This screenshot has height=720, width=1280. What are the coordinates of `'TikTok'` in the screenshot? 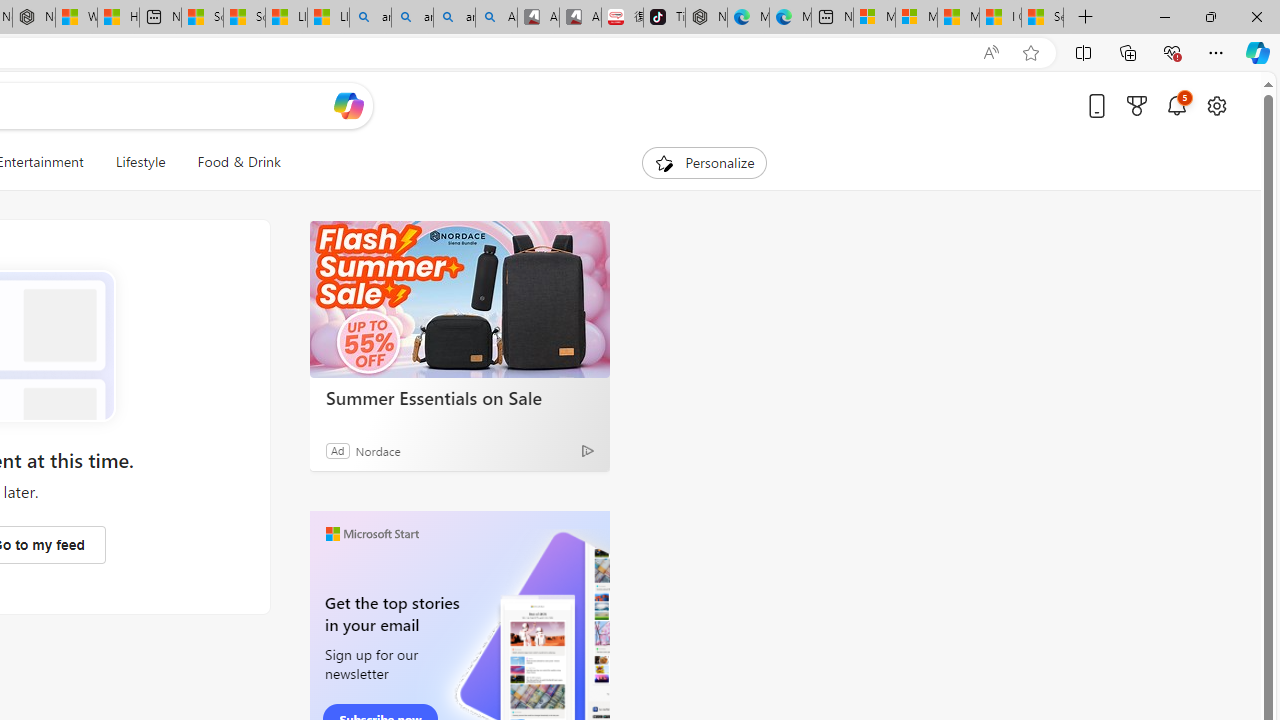 It's located at (664, 17).